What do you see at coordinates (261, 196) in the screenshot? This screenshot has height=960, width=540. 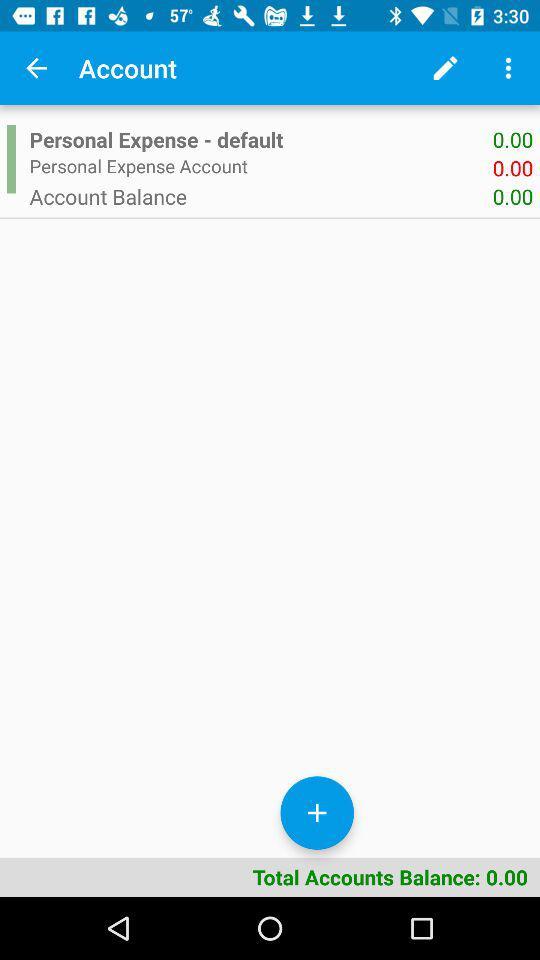 I see `the icon to the left of 0.00 item` at bounding box center [261, 196].